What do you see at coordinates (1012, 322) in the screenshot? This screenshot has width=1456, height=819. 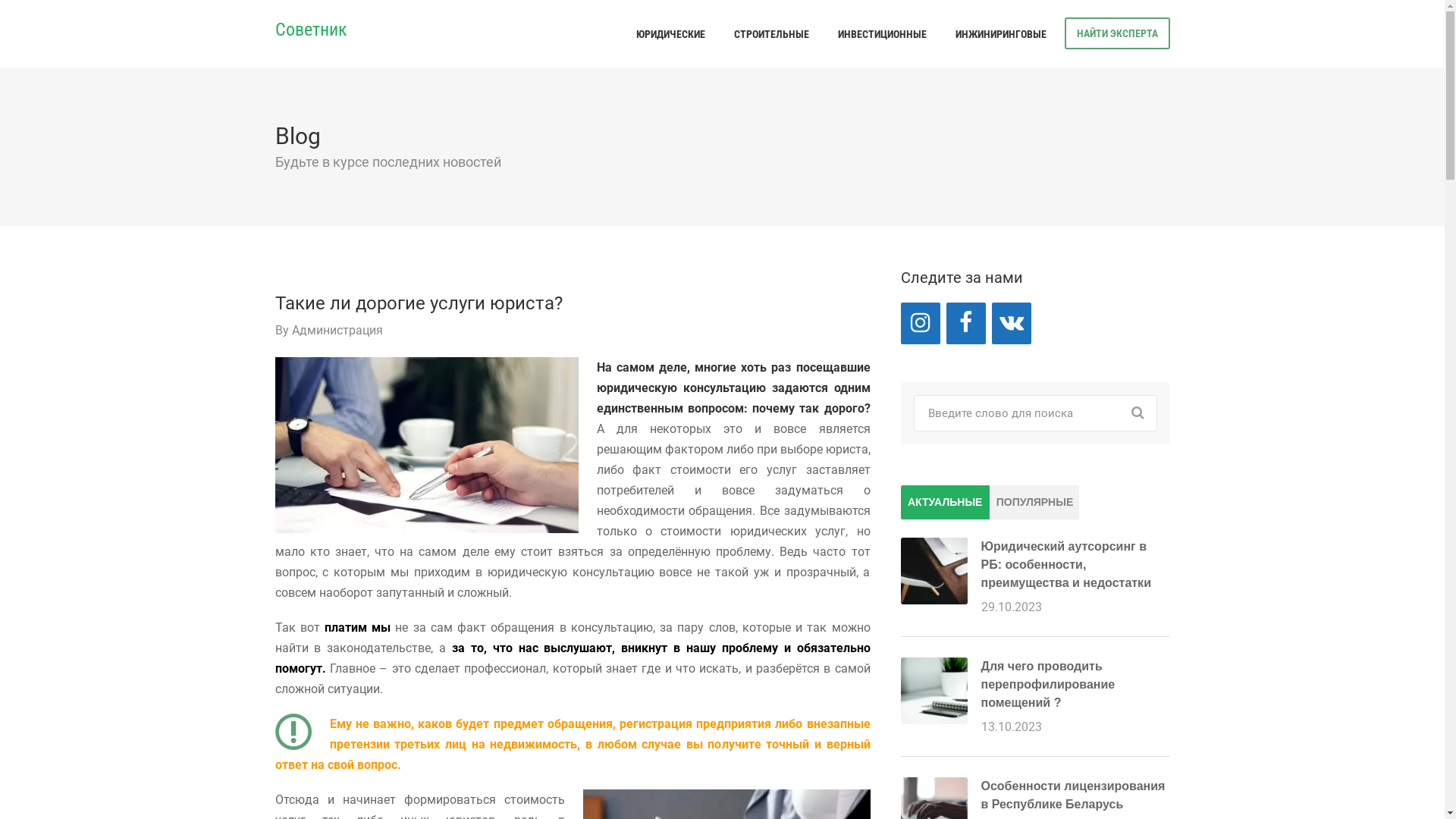 I see `'VK'` at bounding box center [1012, 322].